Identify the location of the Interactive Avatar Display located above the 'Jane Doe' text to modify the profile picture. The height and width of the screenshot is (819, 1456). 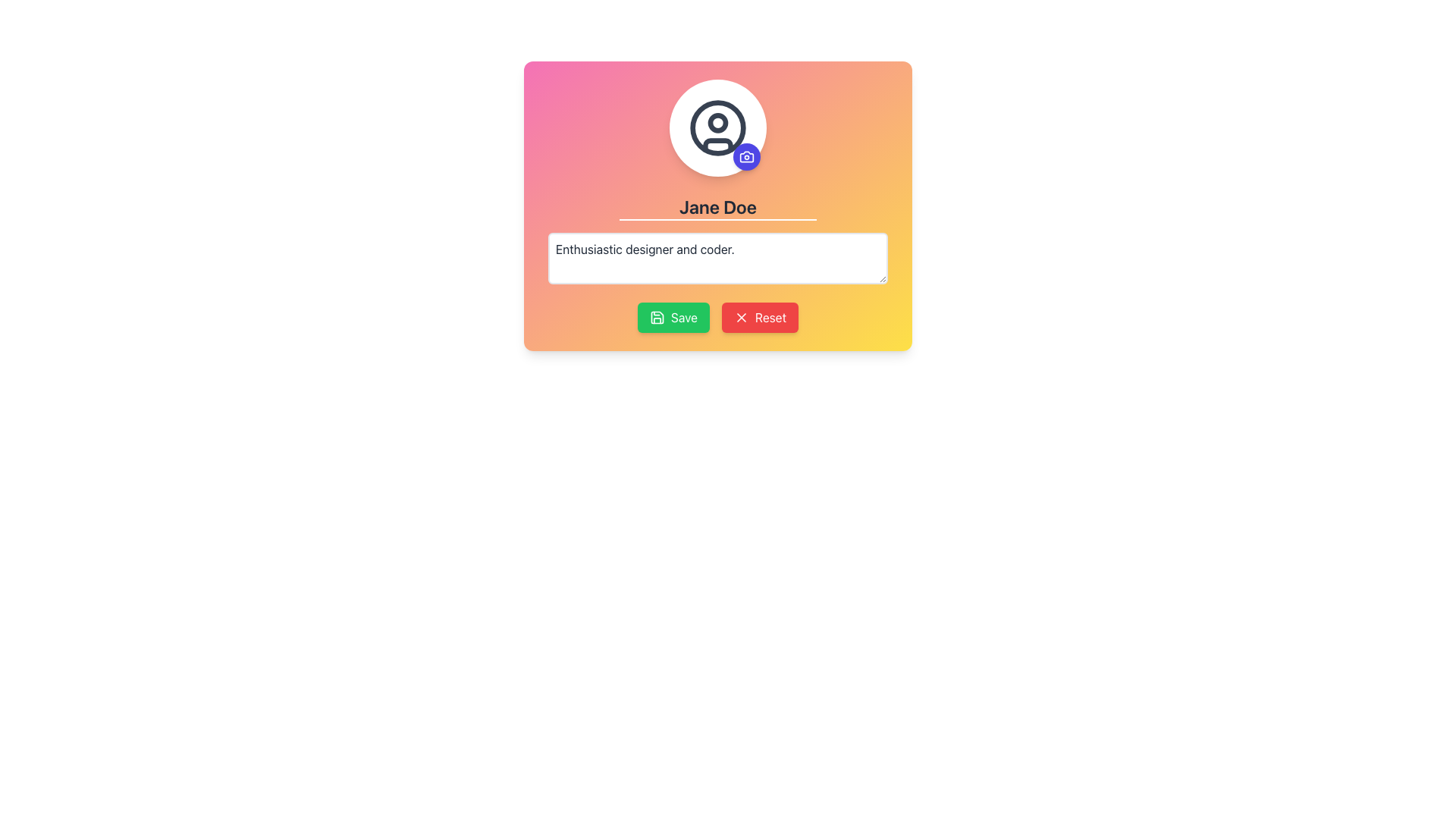
(717, 127).